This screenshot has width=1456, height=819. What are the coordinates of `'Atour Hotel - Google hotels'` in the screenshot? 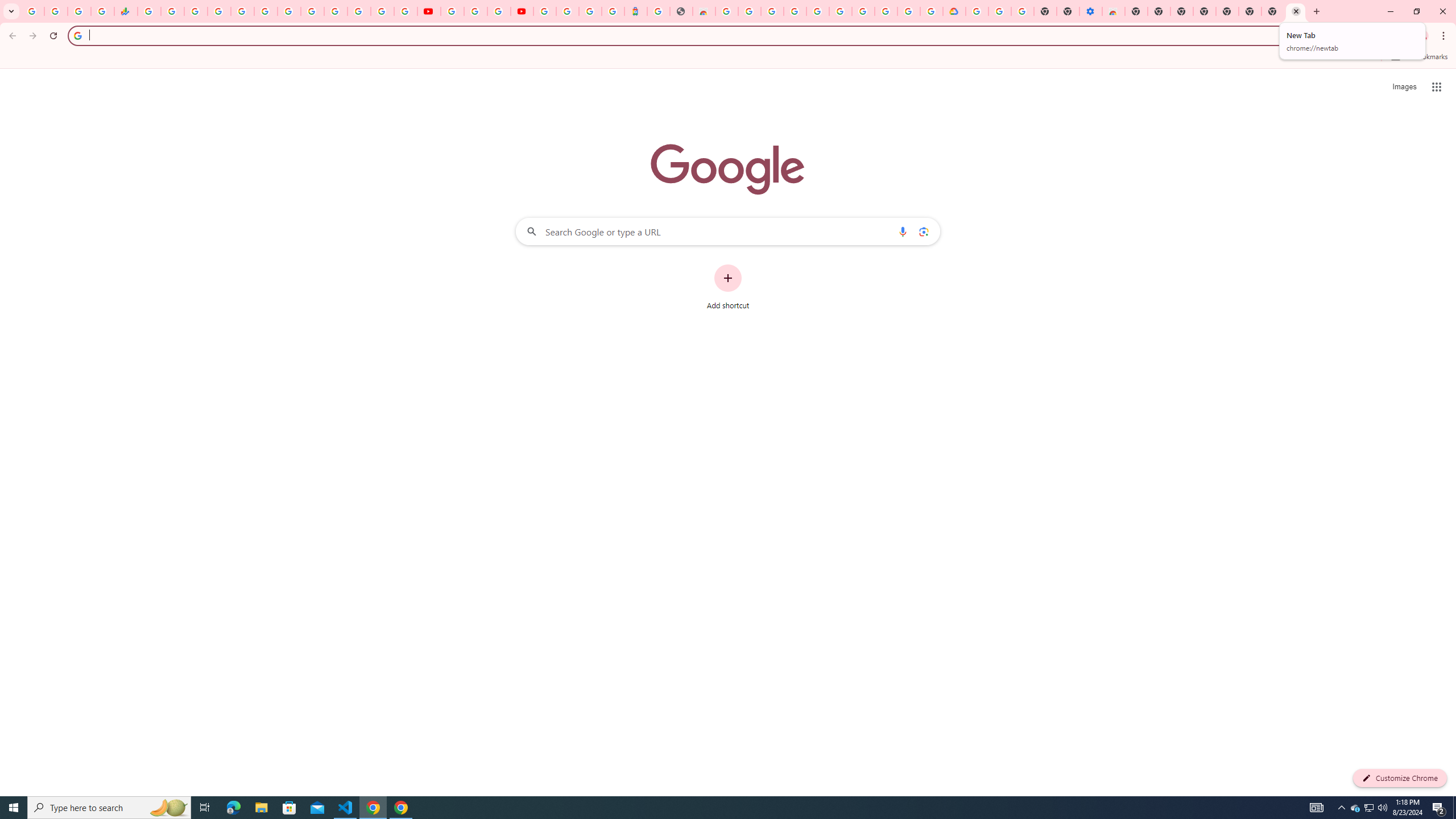 It's located at (635, 11).